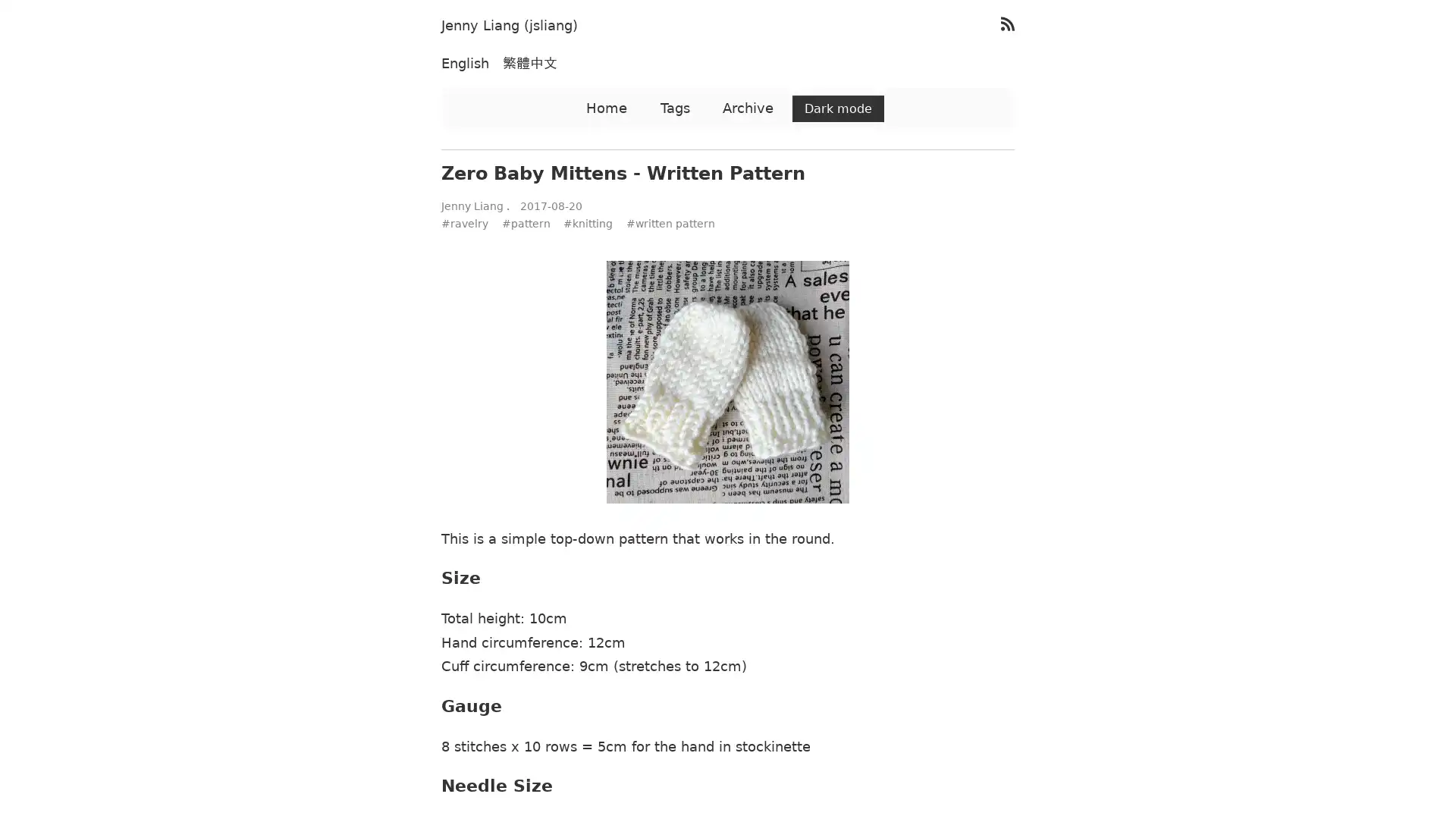 Image resolution: width=1456 pixels, height=819 pixels. What do you see at coordinates (837, 108) in the screenshot?
I see `Dark mode` at bounding box center [837, 108].